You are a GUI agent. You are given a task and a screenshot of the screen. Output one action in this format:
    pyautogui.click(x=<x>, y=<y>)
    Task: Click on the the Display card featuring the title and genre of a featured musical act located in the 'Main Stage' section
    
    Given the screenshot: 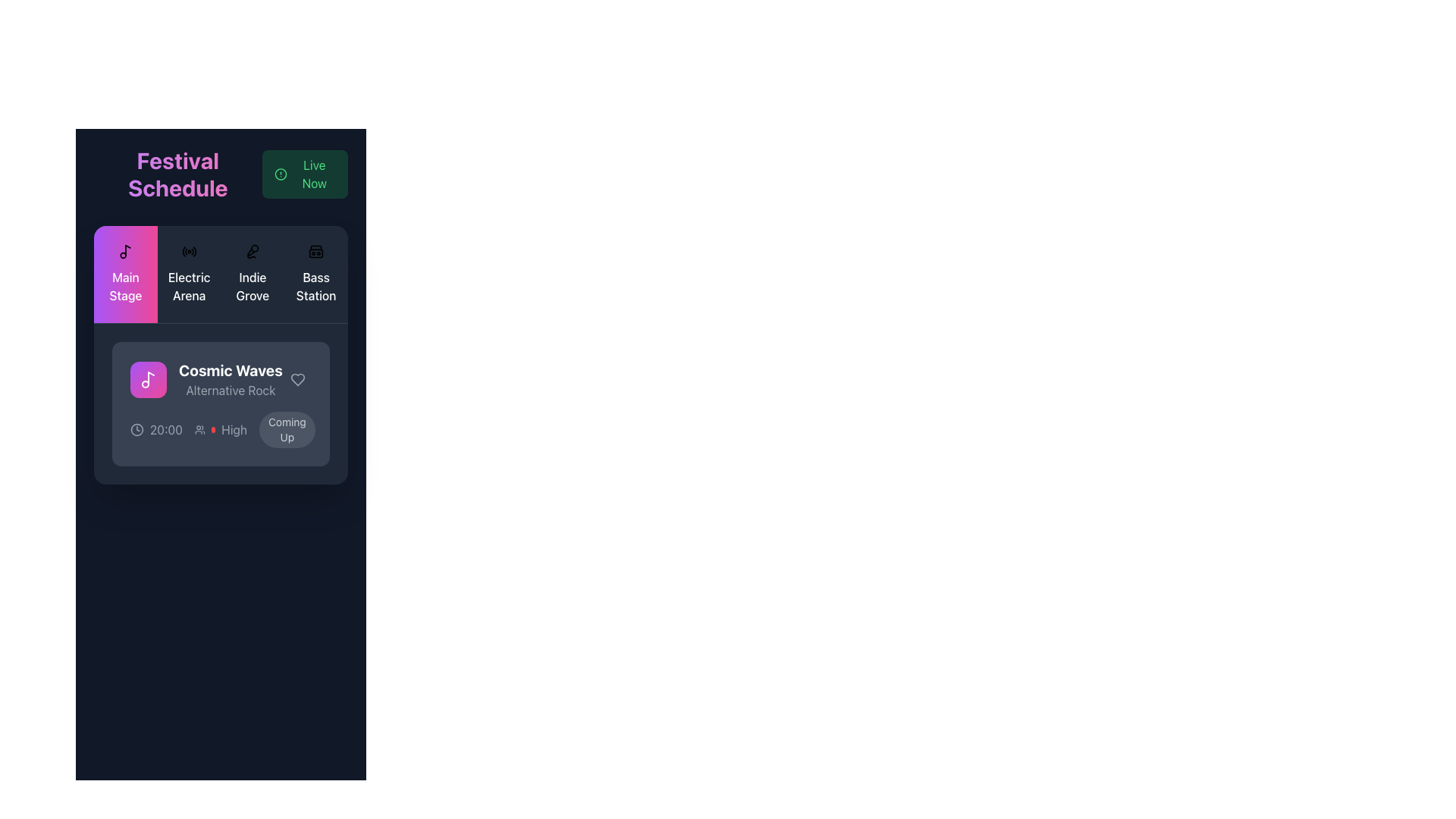 What is the action you would take?
    pyautogui.click(x=220, y=379)
    